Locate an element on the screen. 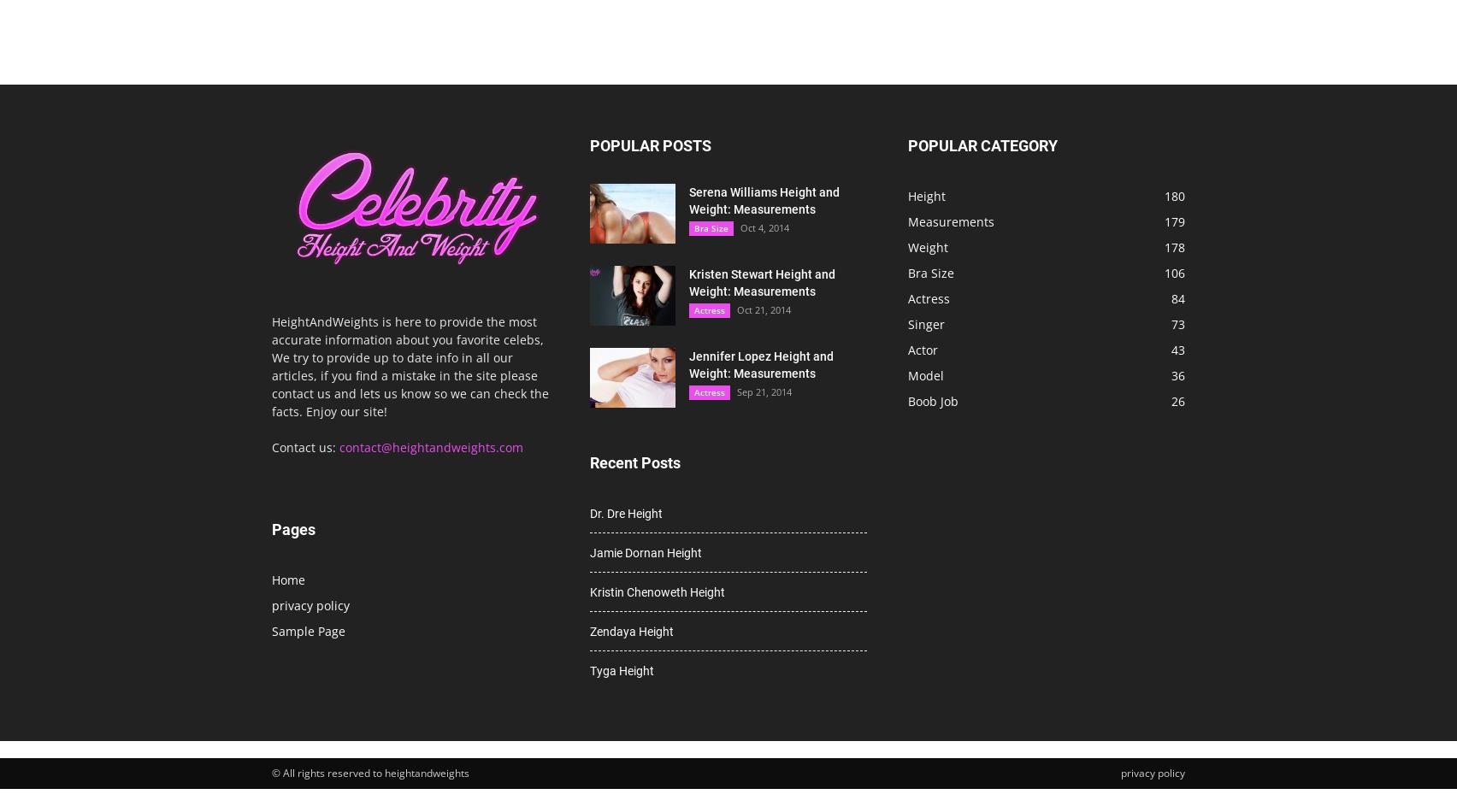  'Height' is located at coordinates (907, 196).